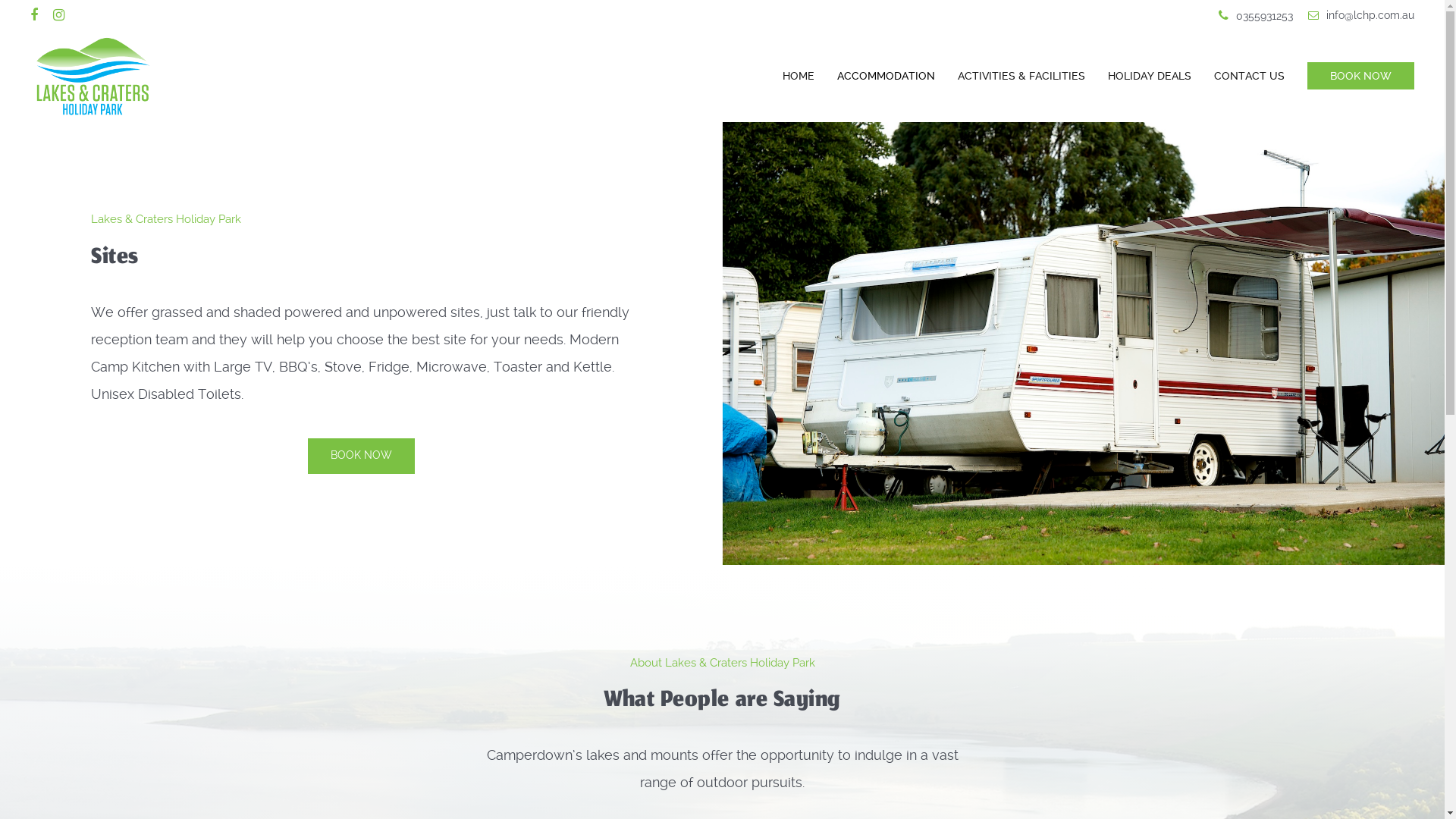 The height and width of the screenshot is (819, 1456). What do you see at coordinates (771, 76) in the screenshot?
I see `'HOME'` at bounding box center [771, 76].